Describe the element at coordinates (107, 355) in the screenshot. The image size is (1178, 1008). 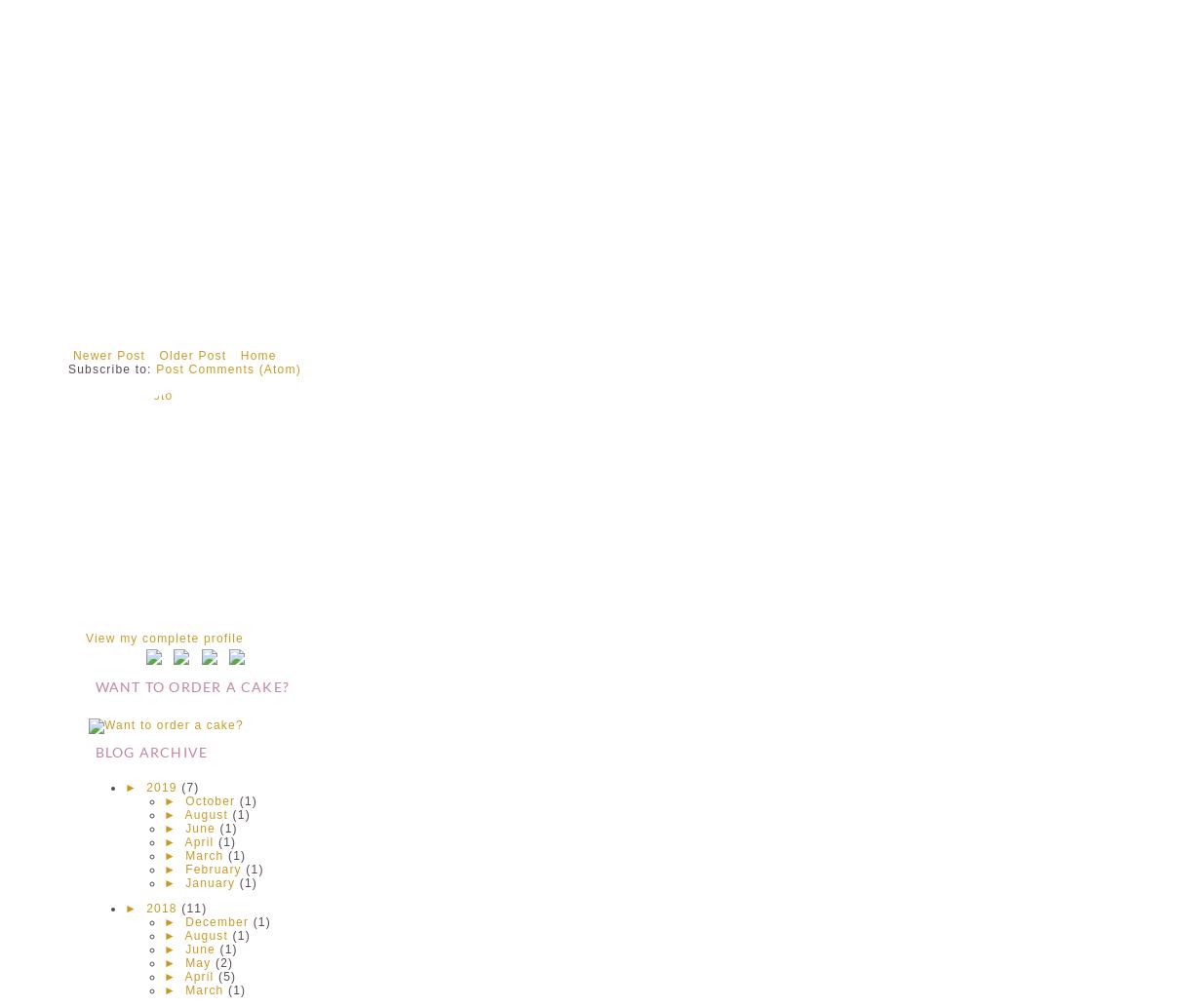
I see `'Newer Post'` at that location.